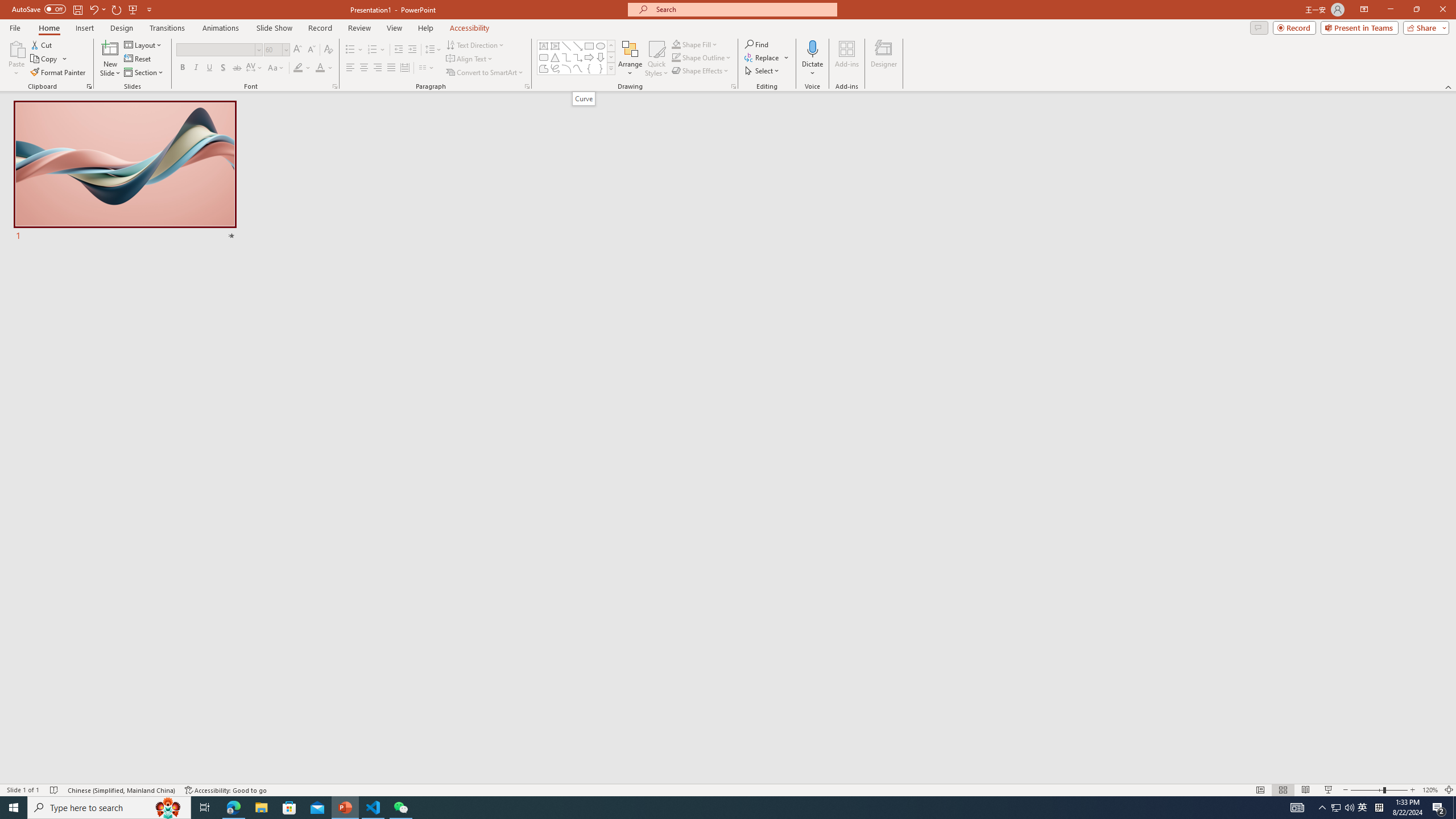  What do you see at coordinates (1430, 790) in the screenshot?
I see `'Zoom 120%'` at bounding box center [1430, 790].